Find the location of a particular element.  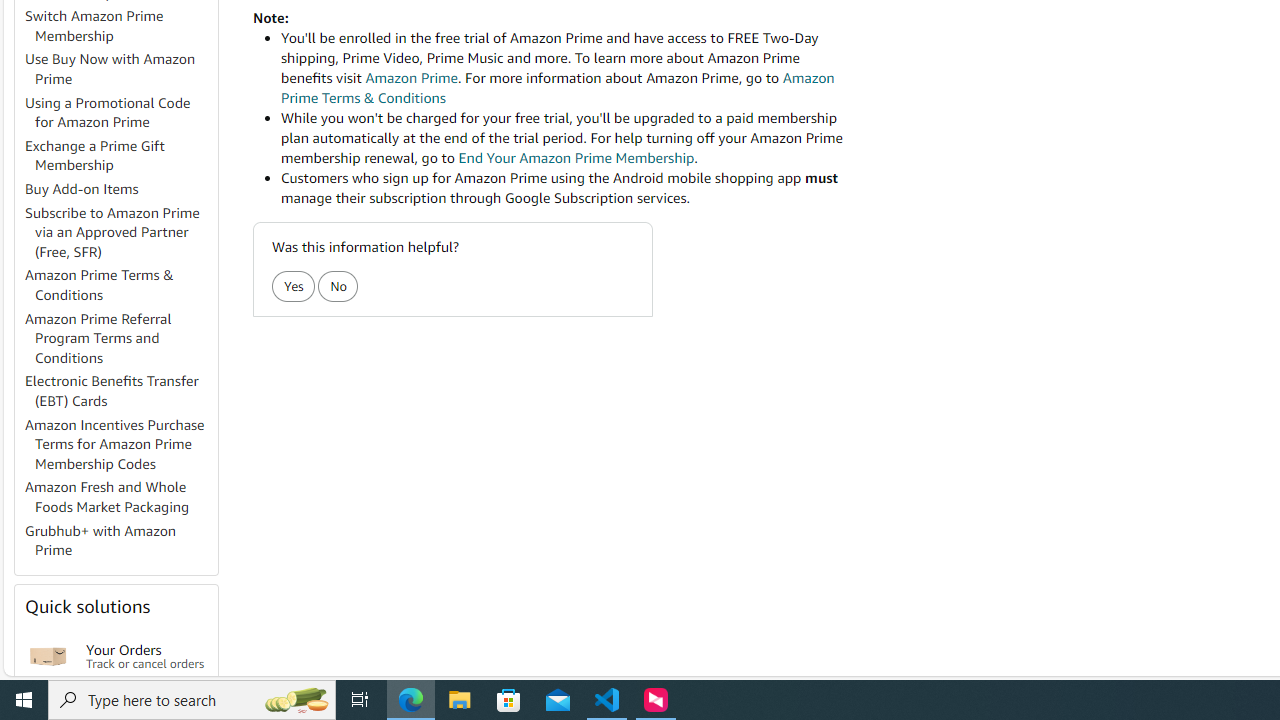

'Amazon Fresh and Whole Foods Market Packaging' is located at coordinates (119, 496).